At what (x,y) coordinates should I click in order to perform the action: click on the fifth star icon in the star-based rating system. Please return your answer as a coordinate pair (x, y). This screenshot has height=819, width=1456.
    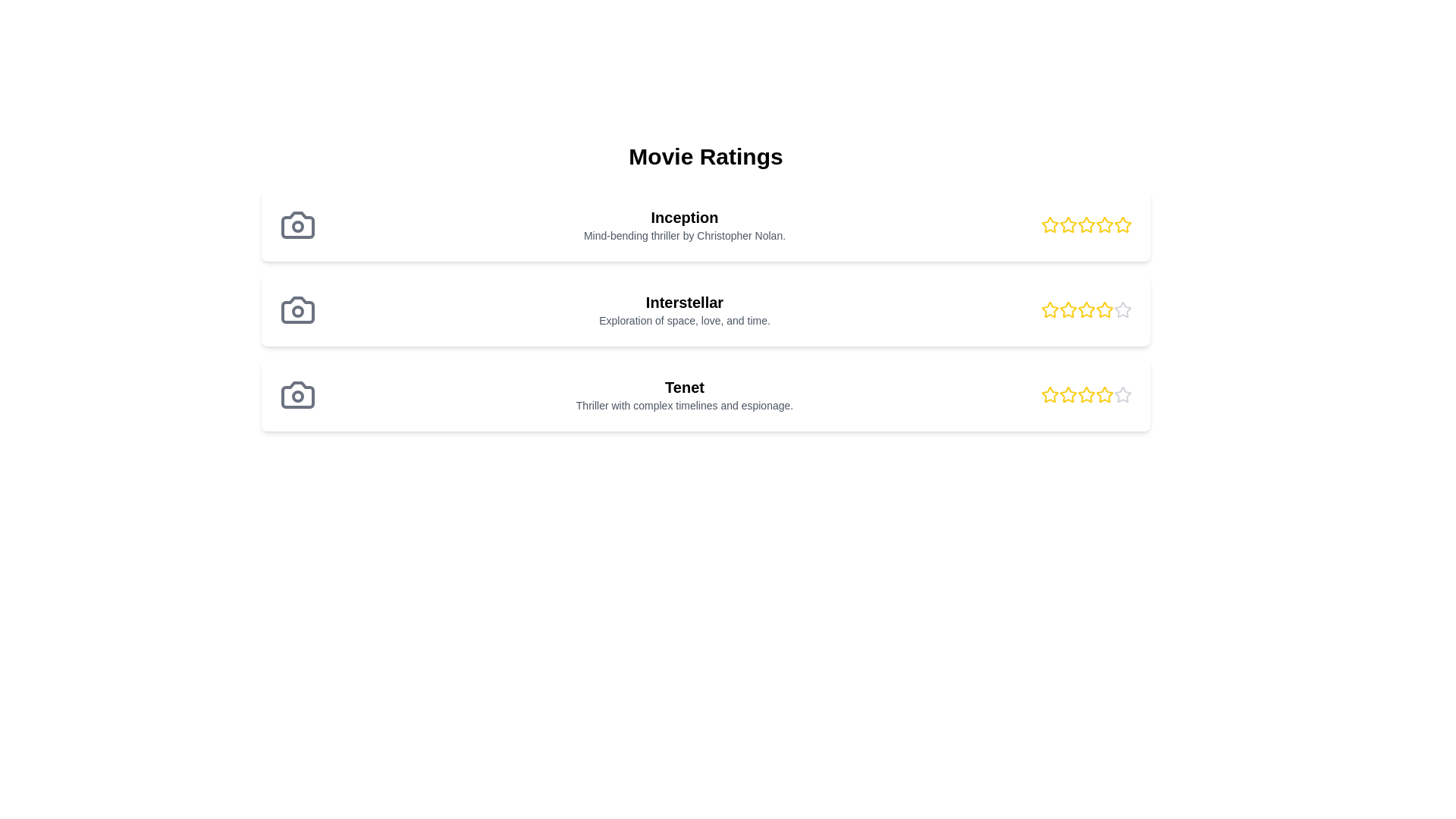
    Looking at the image, I should click on (1123, 309).